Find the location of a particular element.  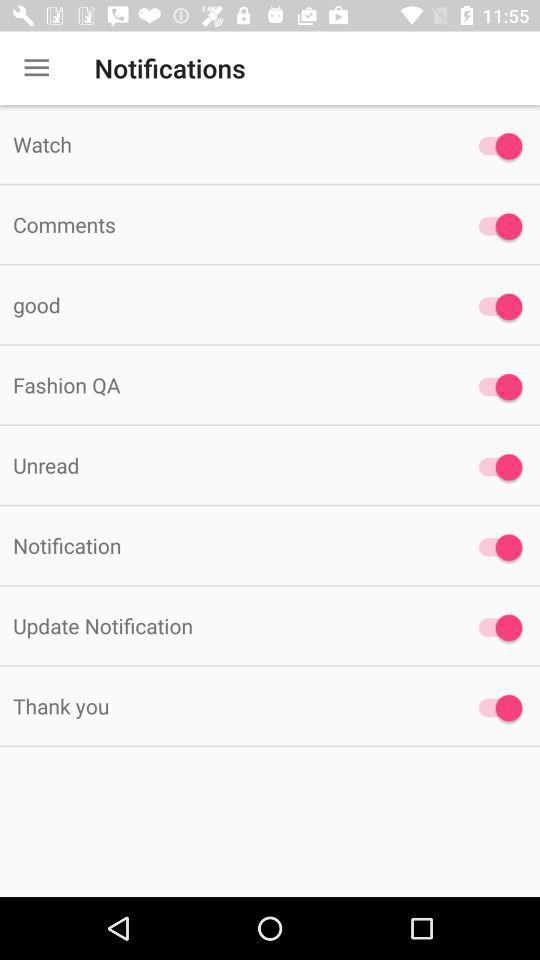

the item below update notification item is located at coordinates (224, 706).